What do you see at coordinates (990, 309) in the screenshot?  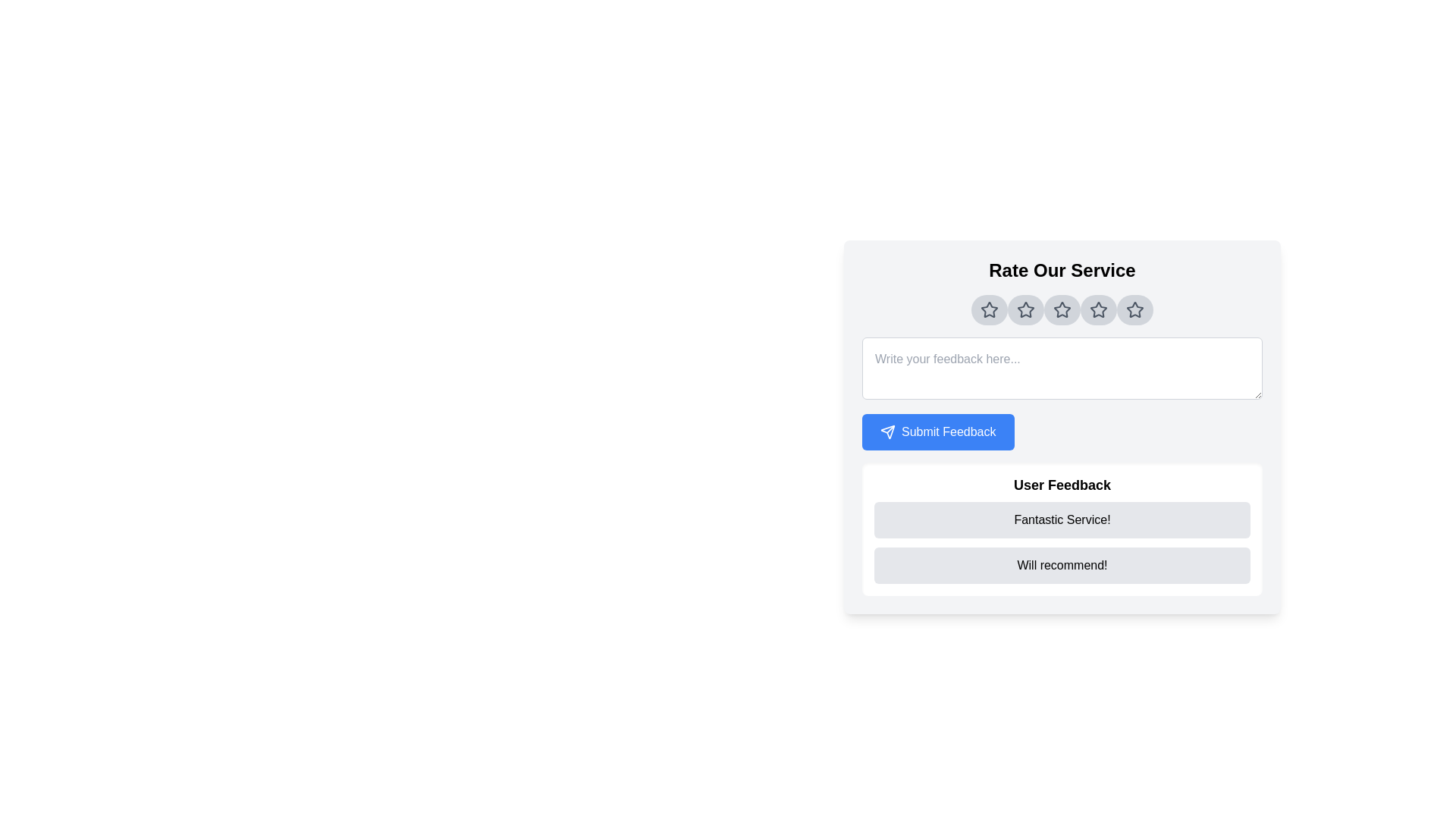 I see `the leftmost star rating icon, which is a hollow gray star used for rating mechanisms` at bounding box center [990, 309].